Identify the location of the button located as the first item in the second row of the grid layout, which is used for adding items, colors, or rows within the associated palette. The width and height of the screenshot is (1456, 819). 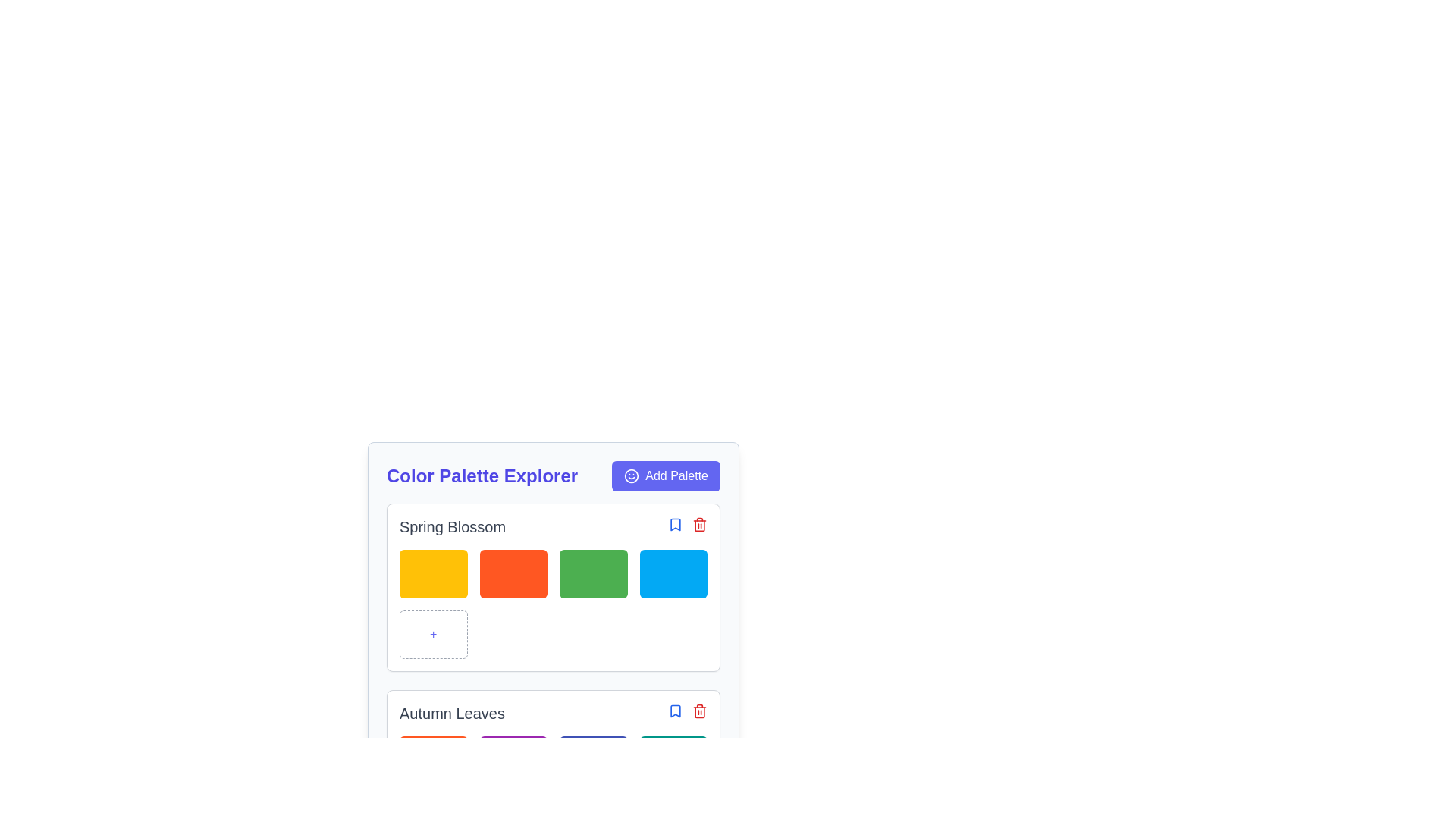
(432, 635).